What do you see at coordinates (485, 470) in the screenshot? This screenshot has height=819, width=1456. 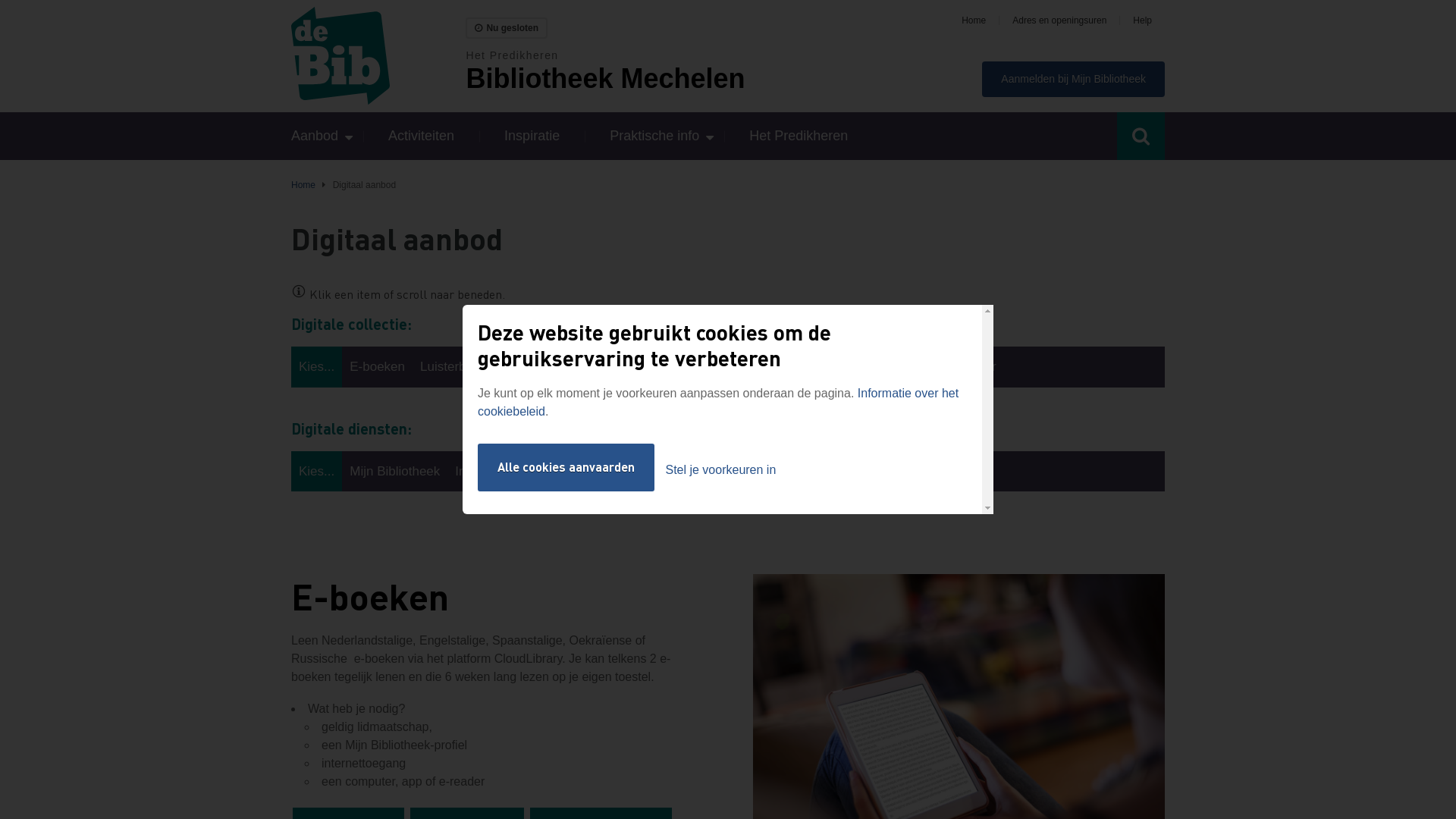 I see `'Internet-pc'` at bounding box center [485, 470].